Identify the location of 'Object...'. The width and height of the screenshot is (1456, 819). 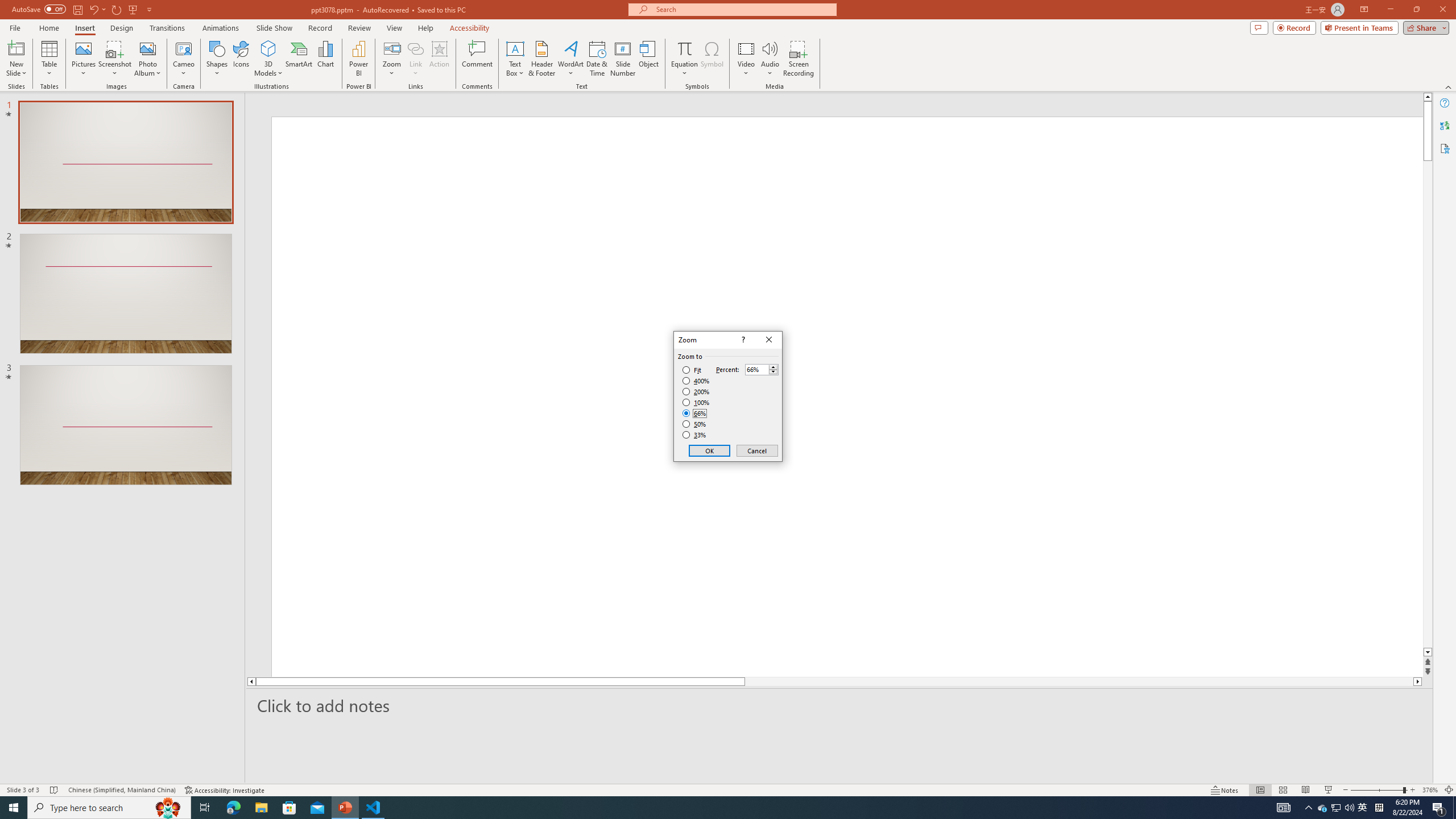
(649, 59).